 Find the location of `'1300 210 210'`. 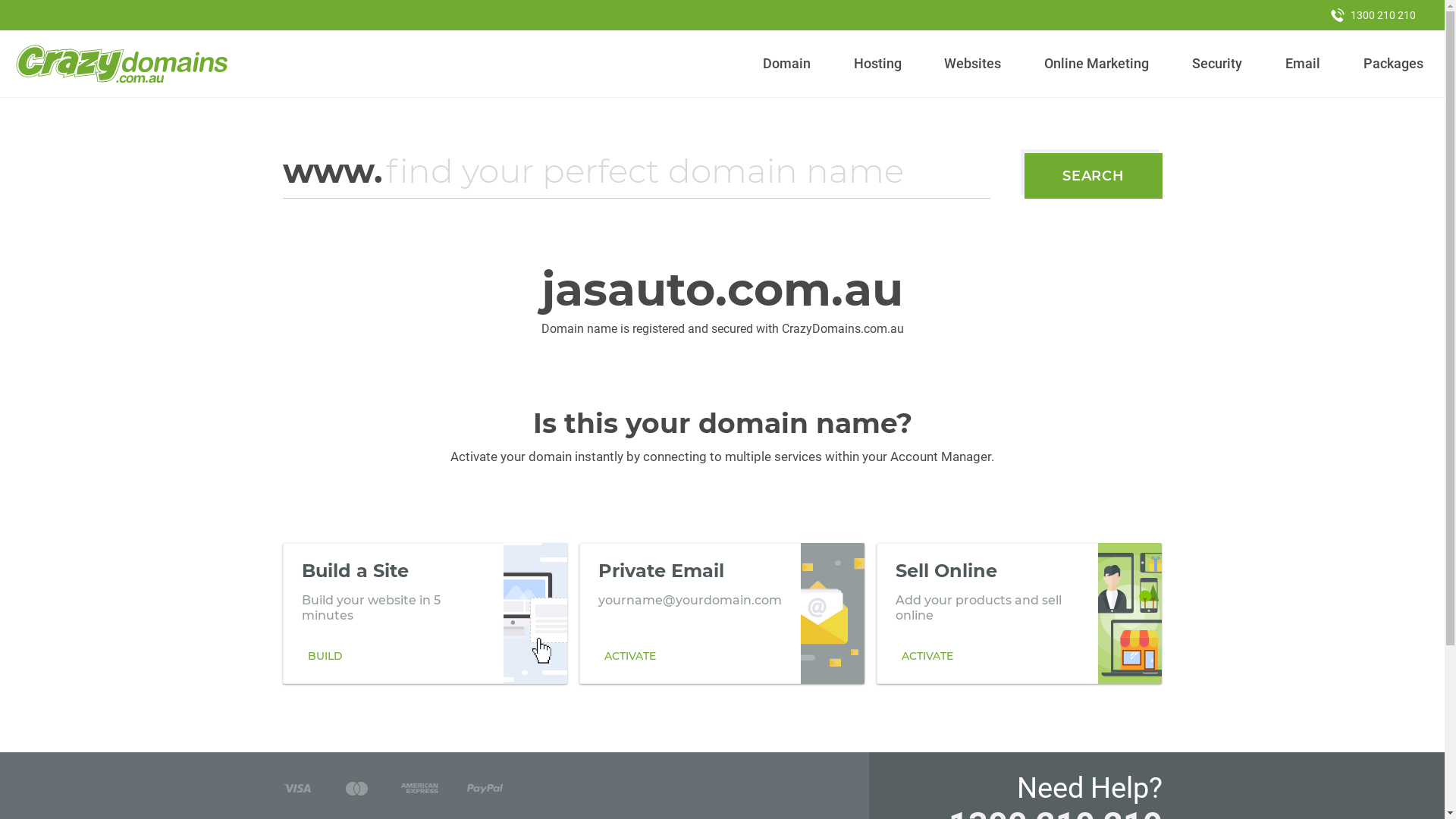

'1300 210 210' is located at coordinates (1316, 14).